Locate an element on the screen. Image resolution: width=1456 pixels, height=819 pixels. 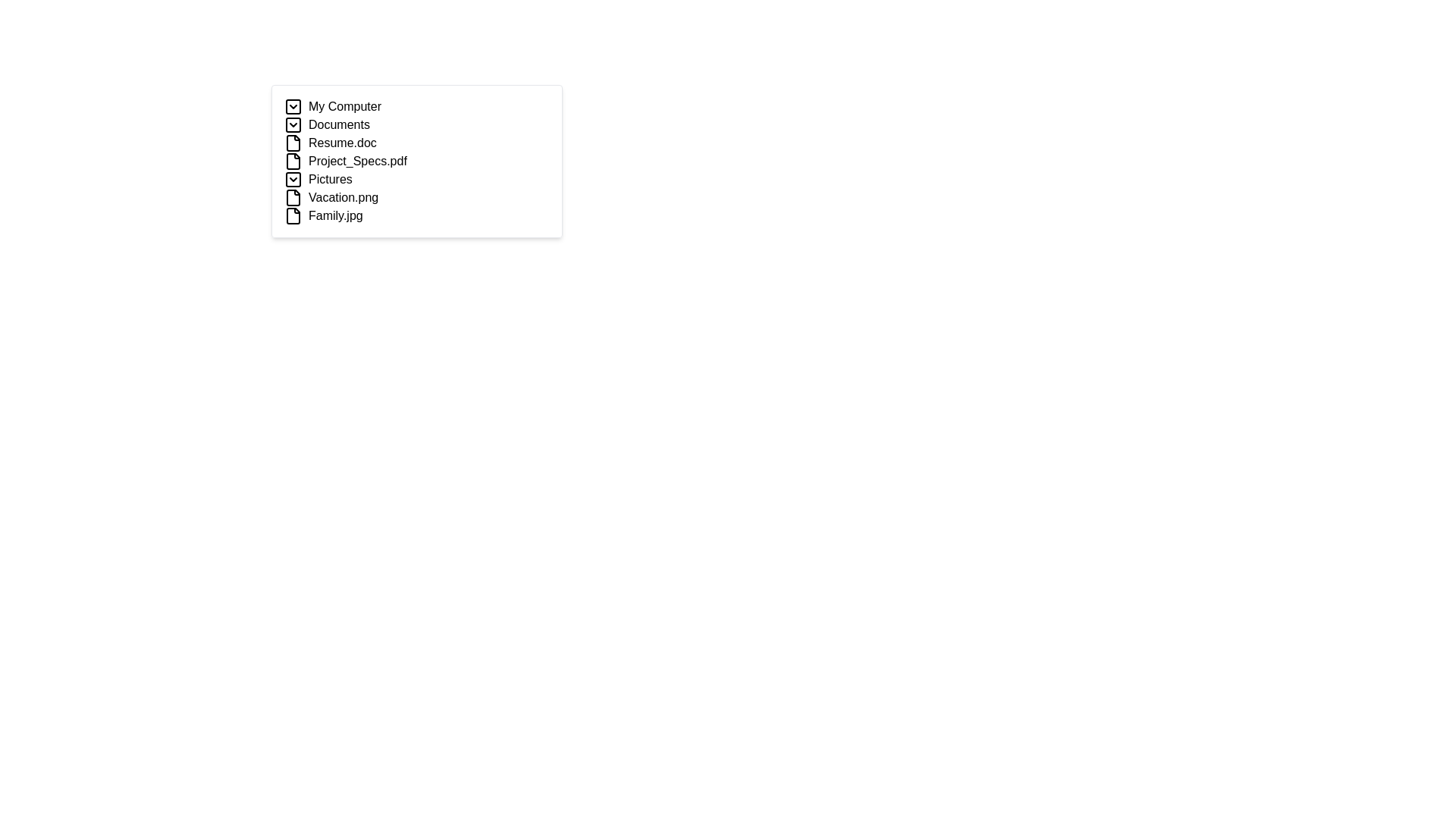
the 'Pictures' label, which is the fifth item under 'My Computer' is located at coordinates (329, 178).